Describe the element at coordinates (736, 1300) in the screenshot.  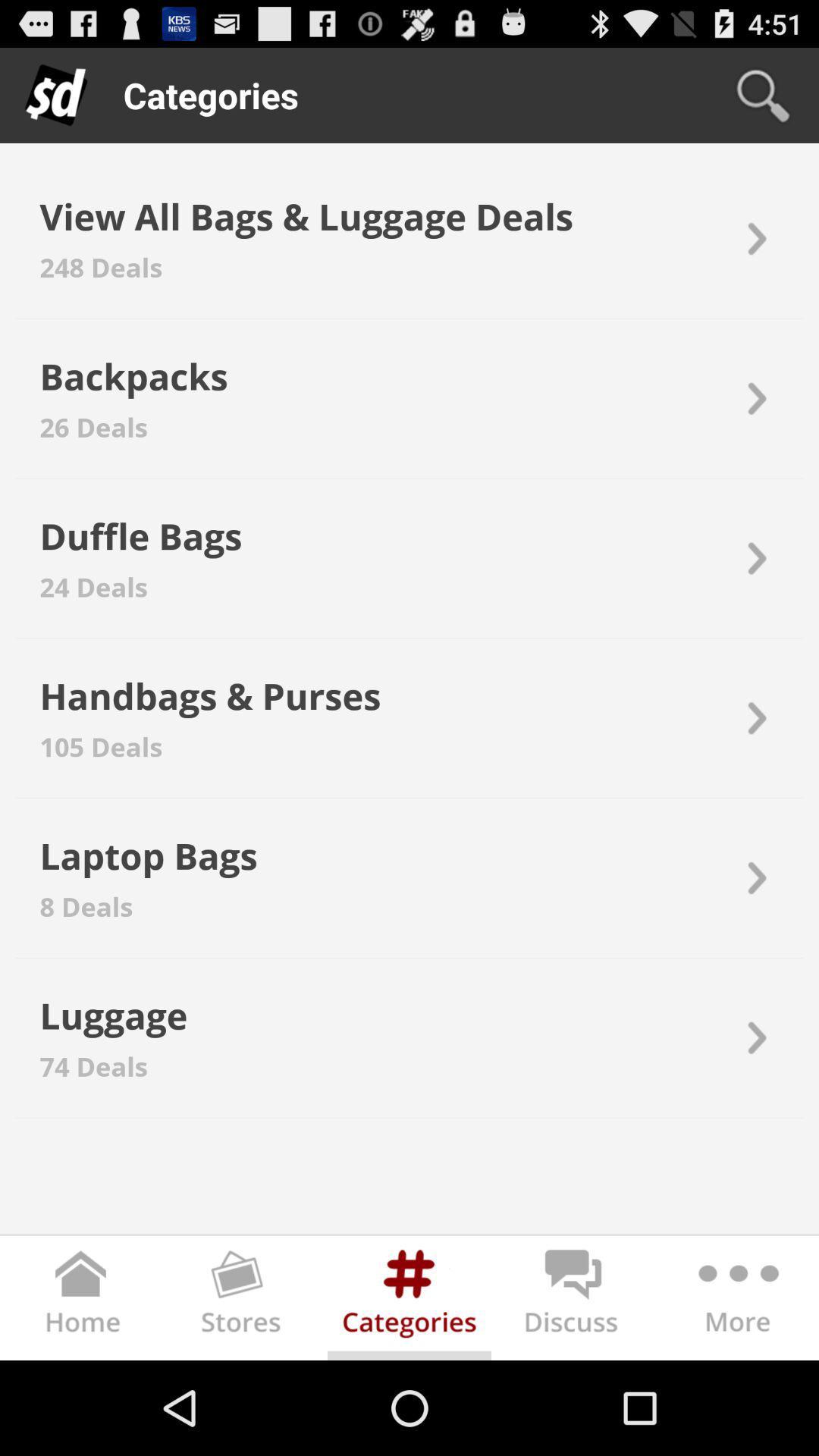
I see `see more options` at that location.